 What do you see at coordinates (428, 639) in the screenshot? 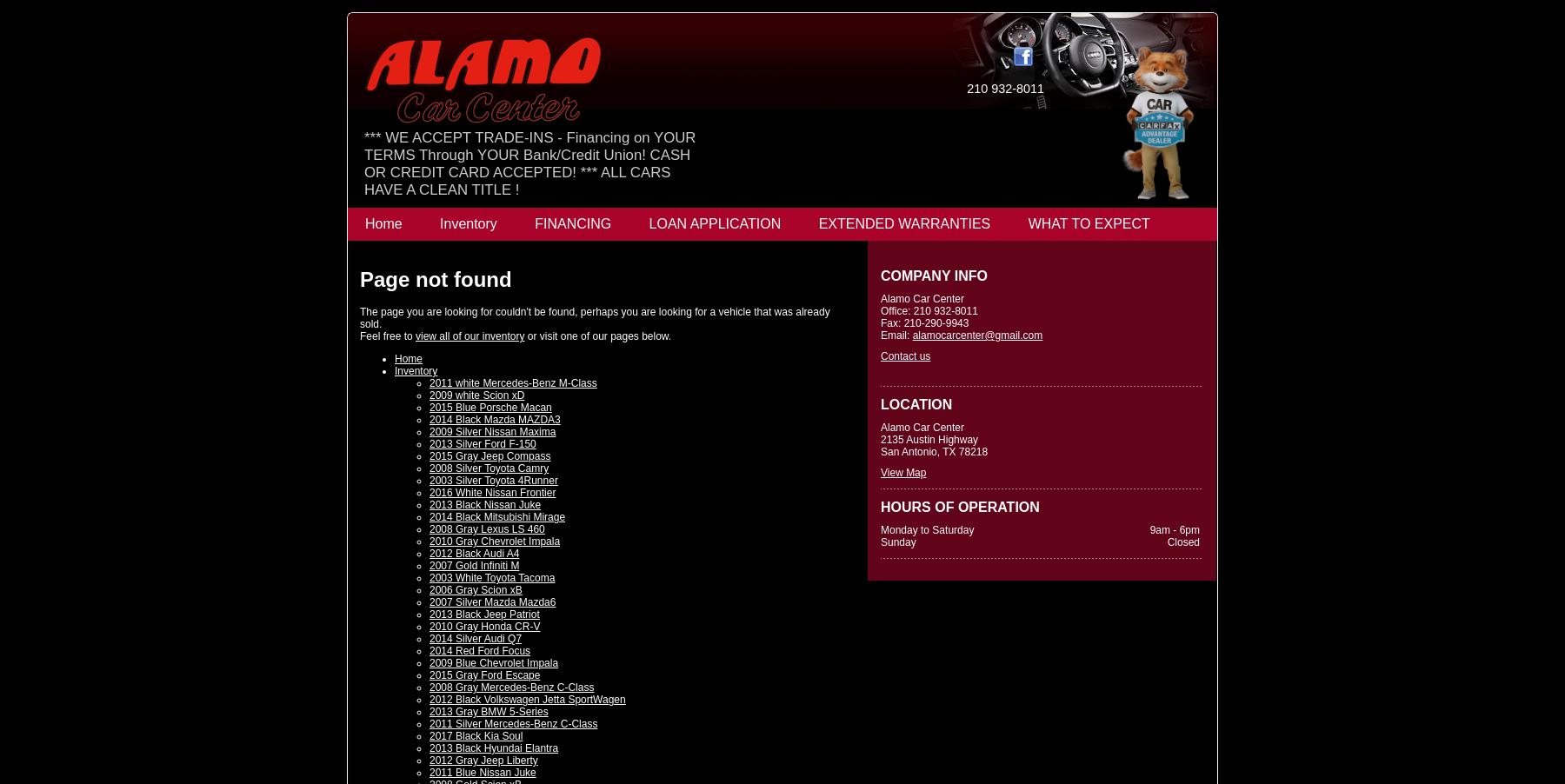
I see `'2014 Silver  Audi Q7'` at bounding box center [428, 639].